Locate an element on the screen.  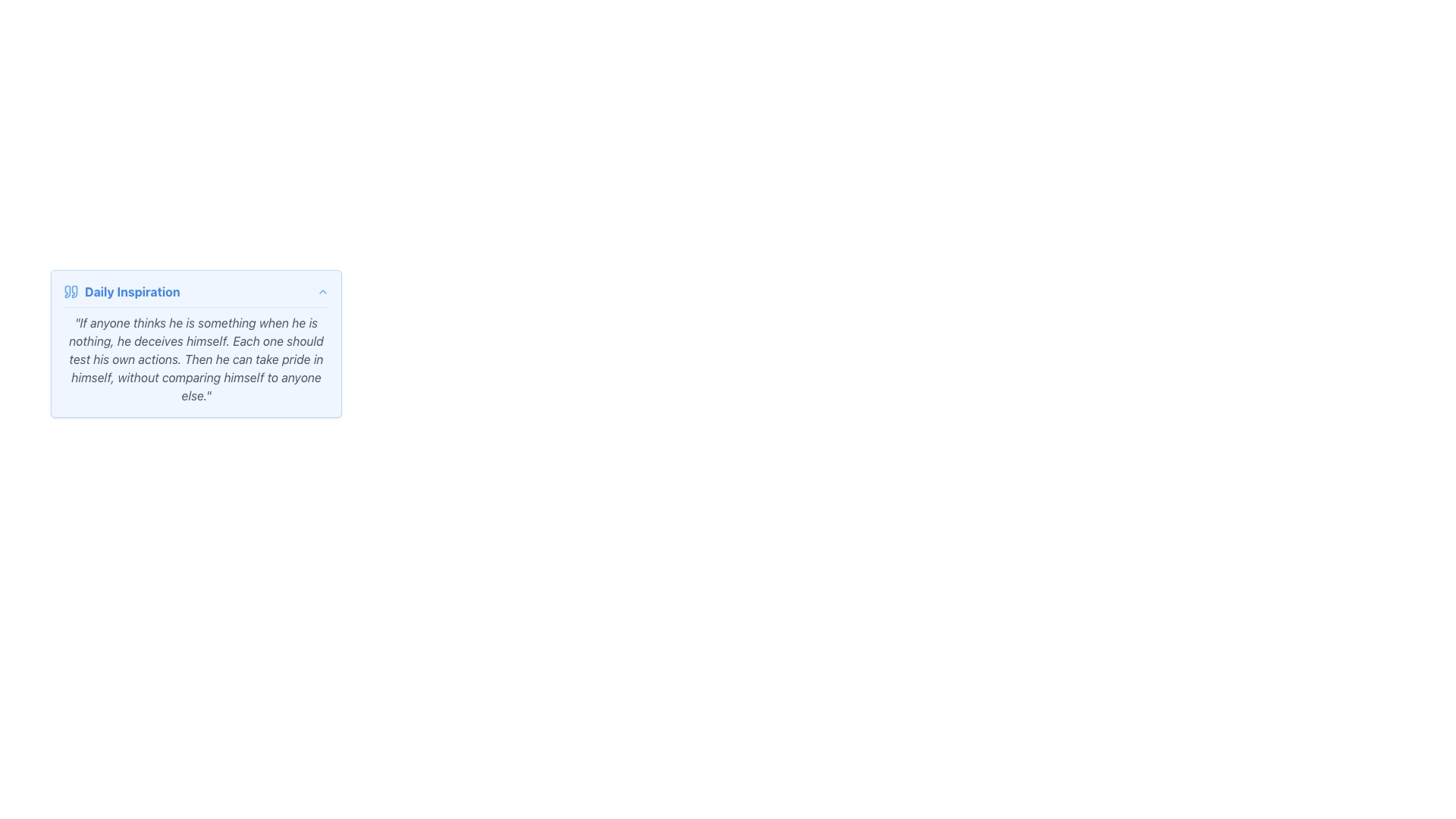
the right-side quote shape of the SVG icon in the 'Daily Inspiration' widget, which has a blue stroke color and is positioned slightly higher than the left-side quote shape is located at coordinates (74, 292).